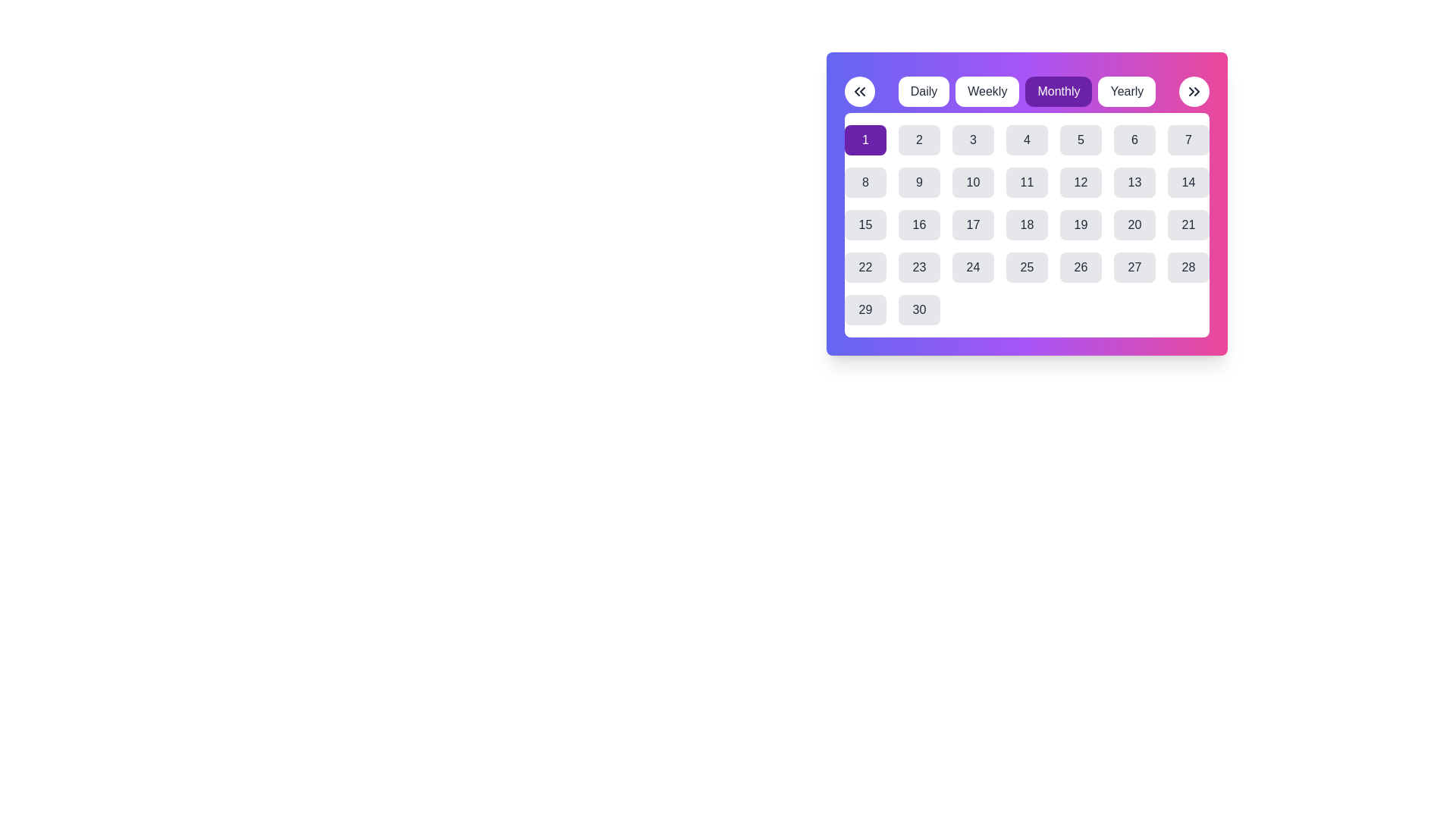  Describe the element at coordinates (1027, 225) in the screenshot. I see `the calendar date button representing the 18th day of the month` at that location.